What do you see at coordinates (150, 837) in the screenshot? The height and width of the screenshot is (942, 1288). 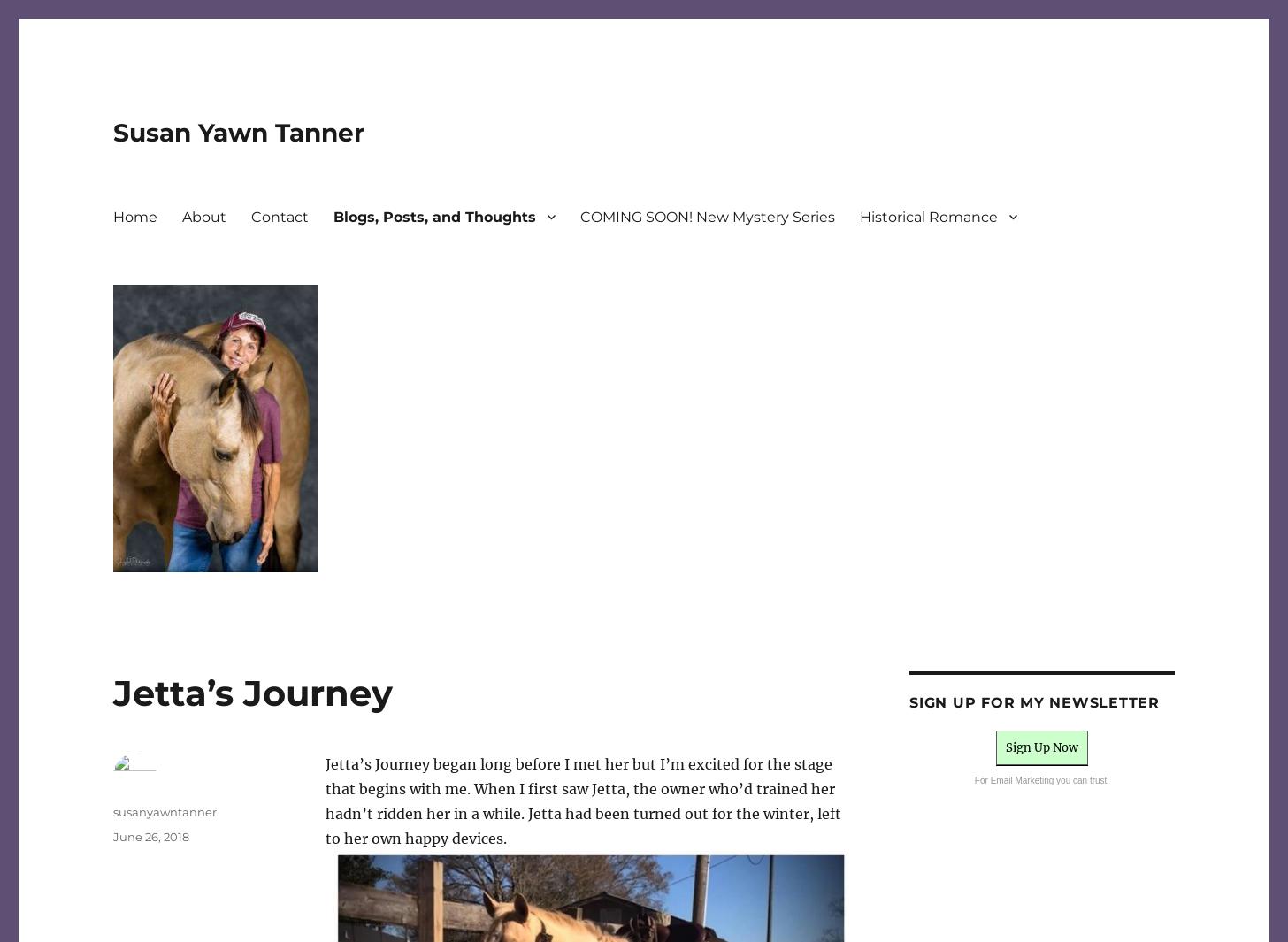 I see `'June 26, 2018'` at bounding box center [150, 837].